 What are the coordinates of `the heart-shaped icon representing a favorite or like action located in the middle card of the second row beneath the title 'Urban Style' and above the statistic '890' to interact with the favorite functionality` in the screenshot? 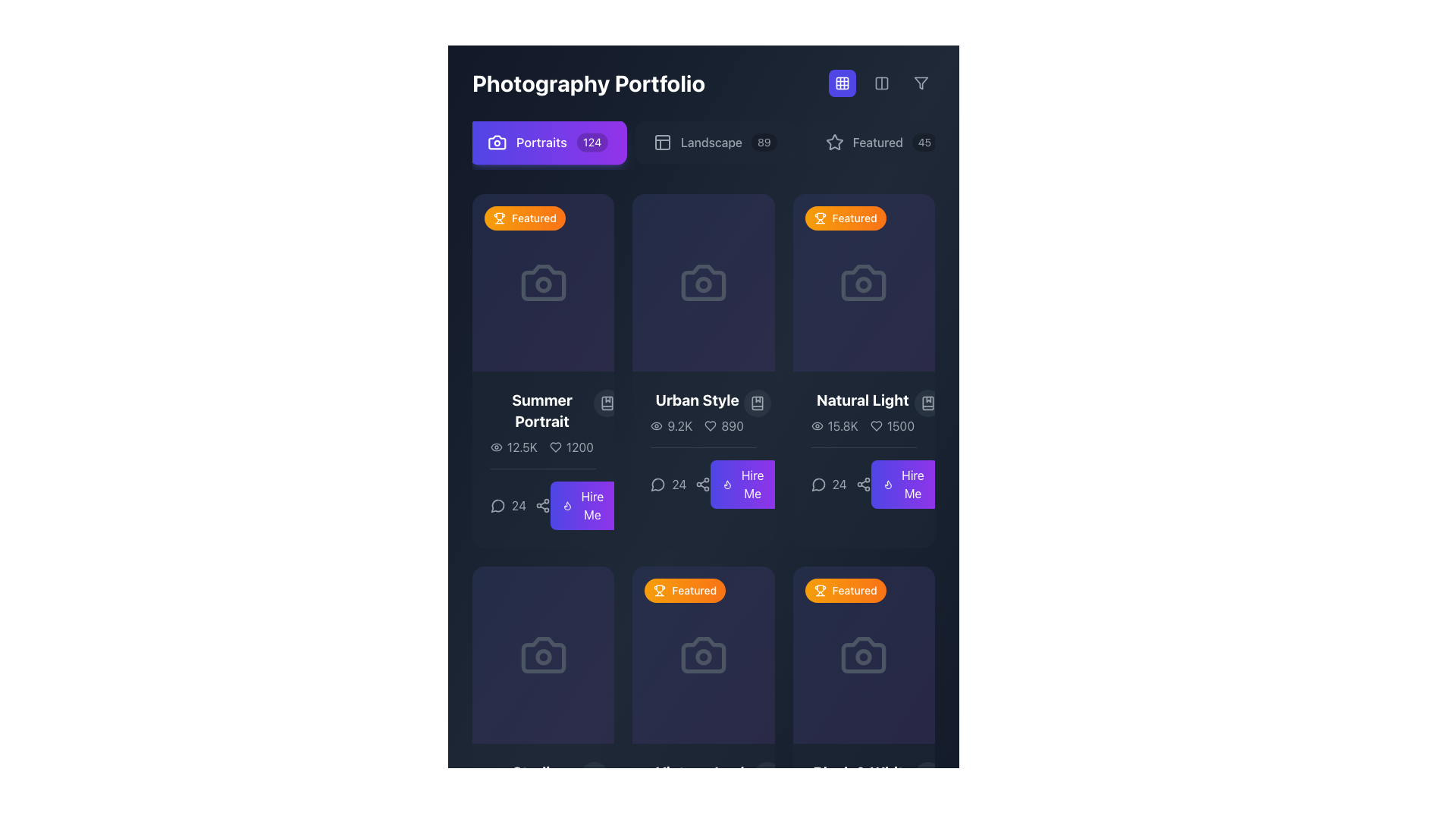 It's located at (710, 426).